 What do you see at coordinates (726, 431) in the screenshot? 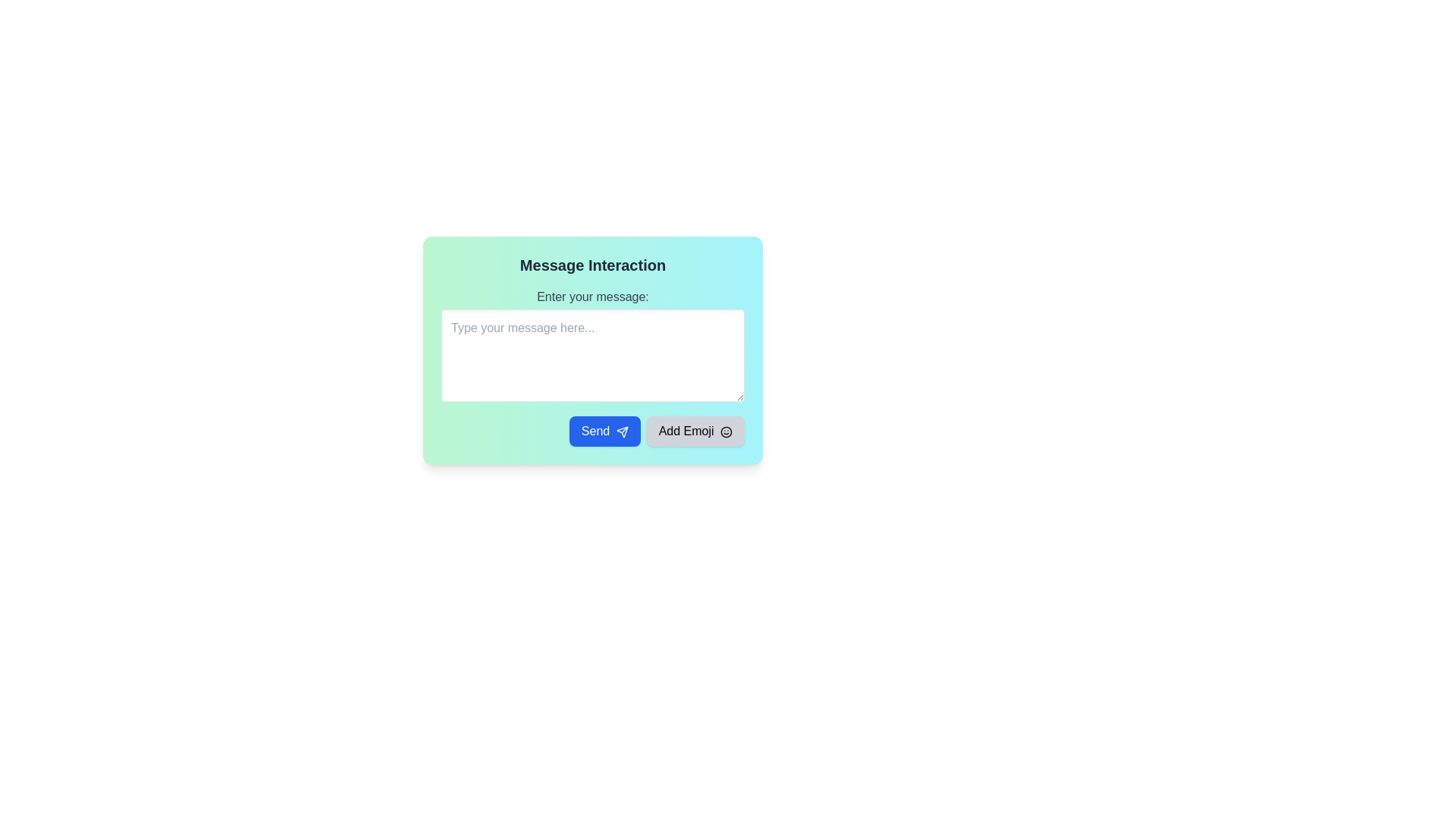
I see `the central circular component of the smiley face icon, which is part of the emoji-related functionalities in the interface` at bounding box center [726, 431].